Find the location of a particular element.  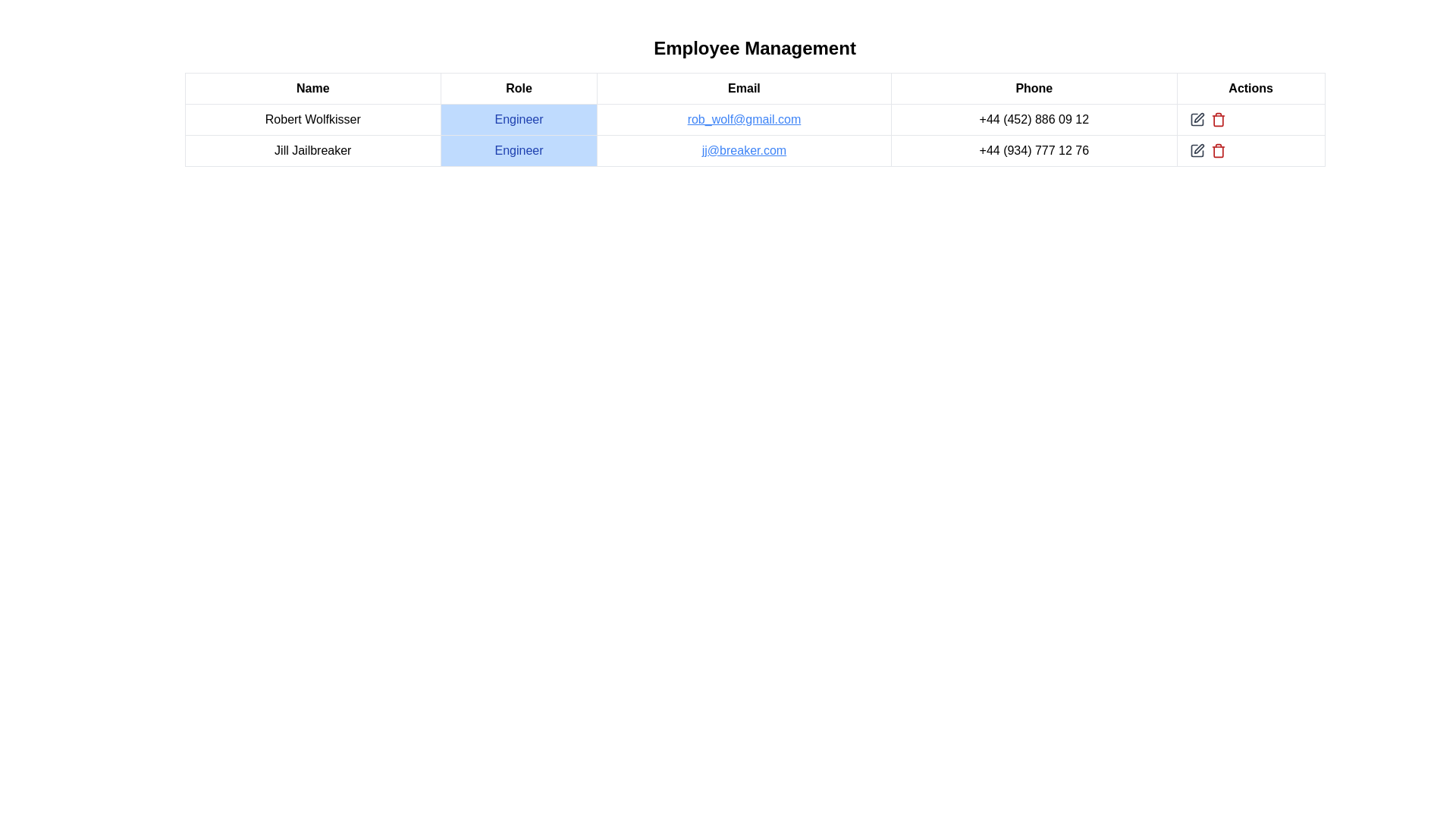

the Table Header Cell for the 'Actions' column, which is the fifth column header in the table is located at coordinates (1250, 88).